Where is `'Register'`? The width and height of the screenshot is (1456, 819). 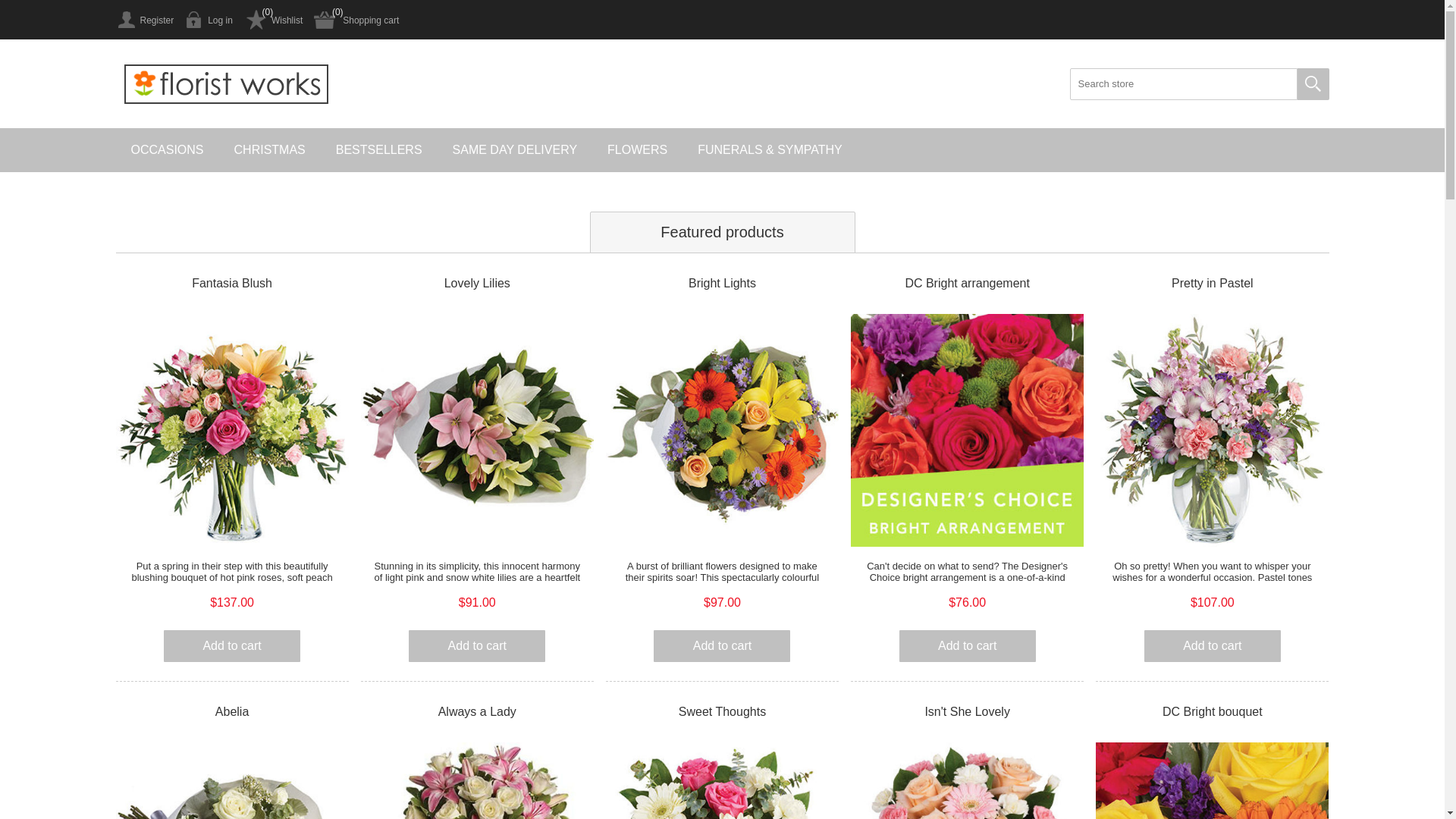
'Register' is located at coordinates (144, 20).